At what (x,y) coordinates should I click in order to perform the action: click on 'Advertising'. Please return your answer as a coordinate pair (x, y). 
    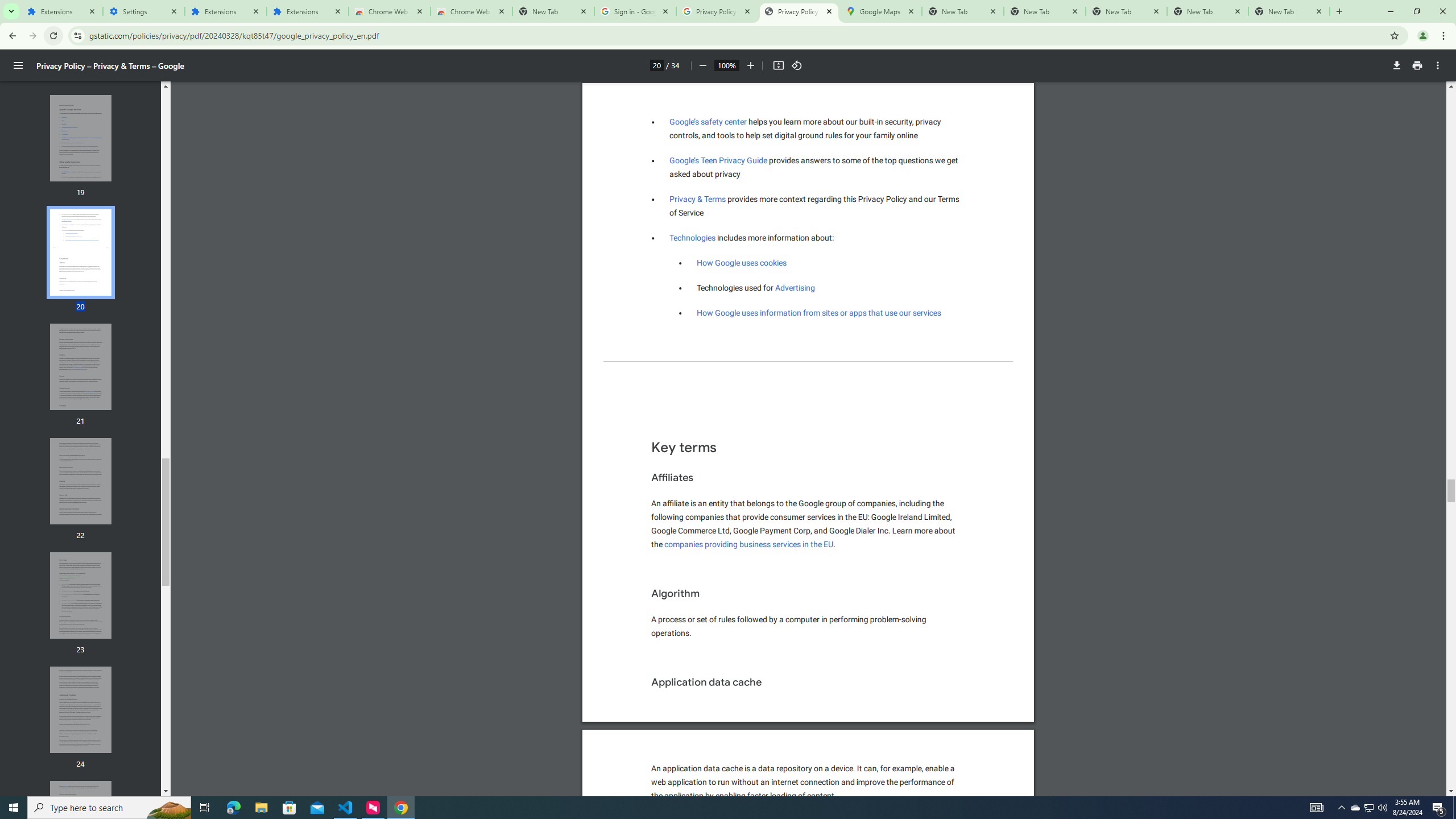
    Looking at the image, I should click on (795, 287).